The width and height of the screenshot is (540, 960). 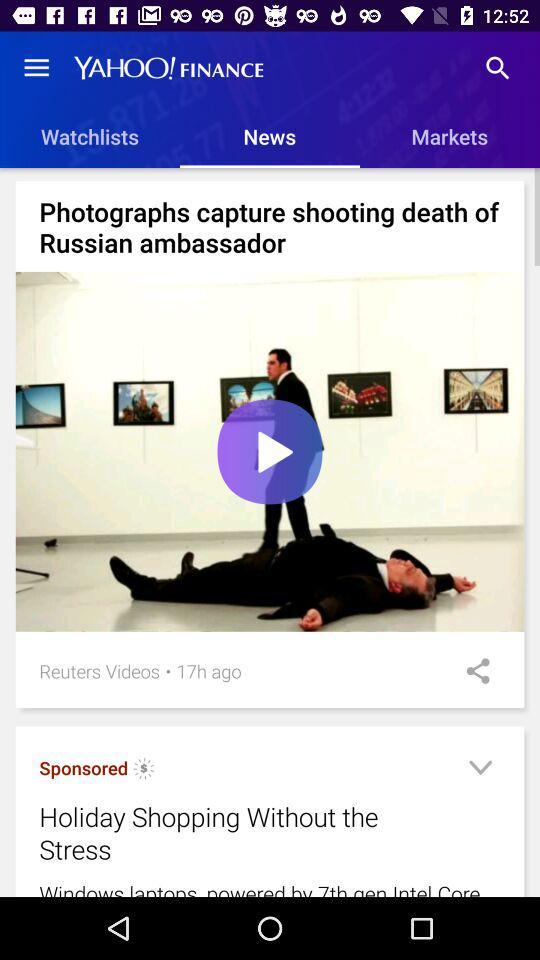 What do you see at coordinates (143, 770) in the screenshot?
I see `the item below reuters videos icon` at bounding box center [143, 770].